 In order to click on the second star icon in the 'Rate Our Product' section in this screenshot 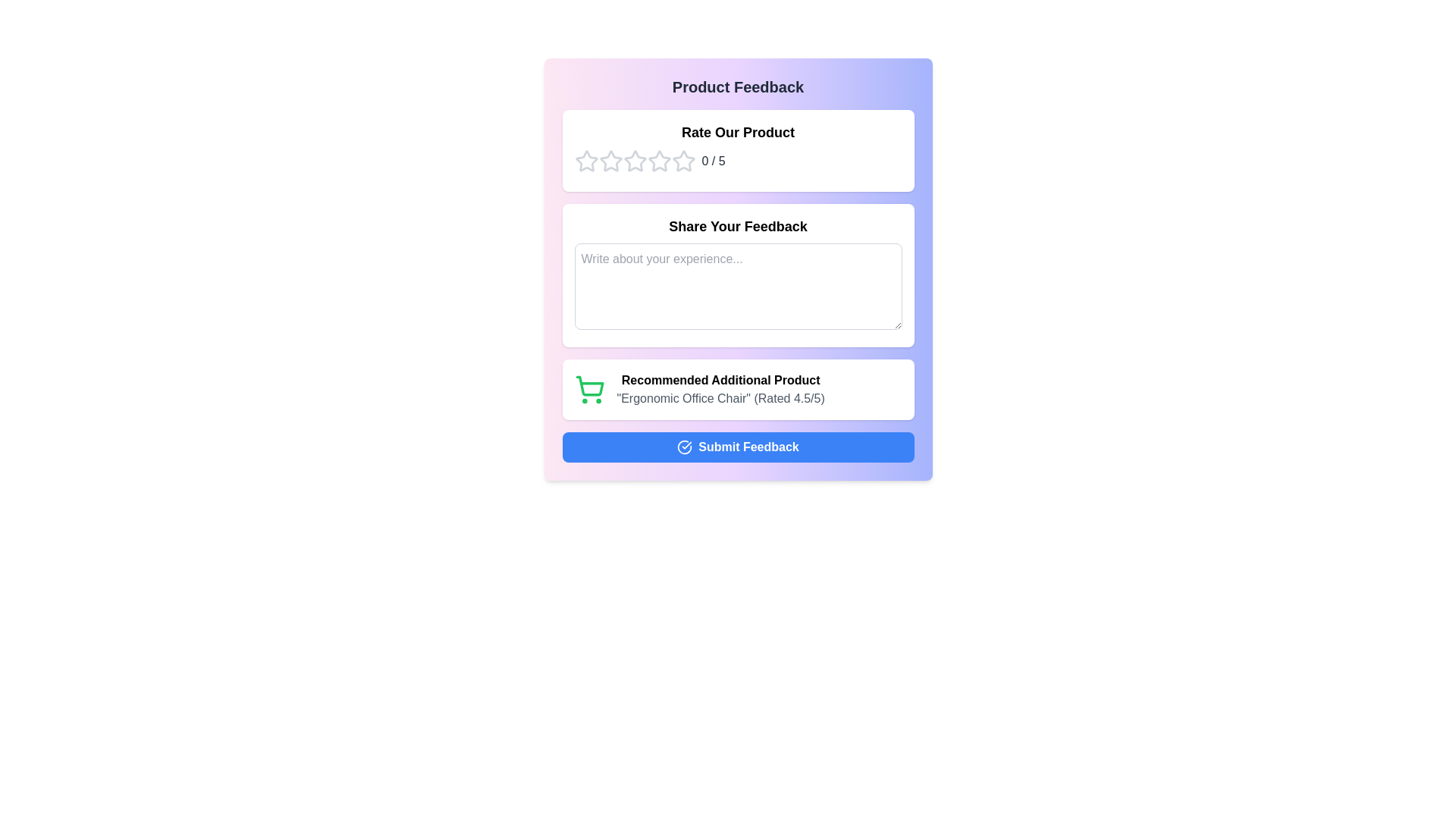, I will do `click(659, 161)`.